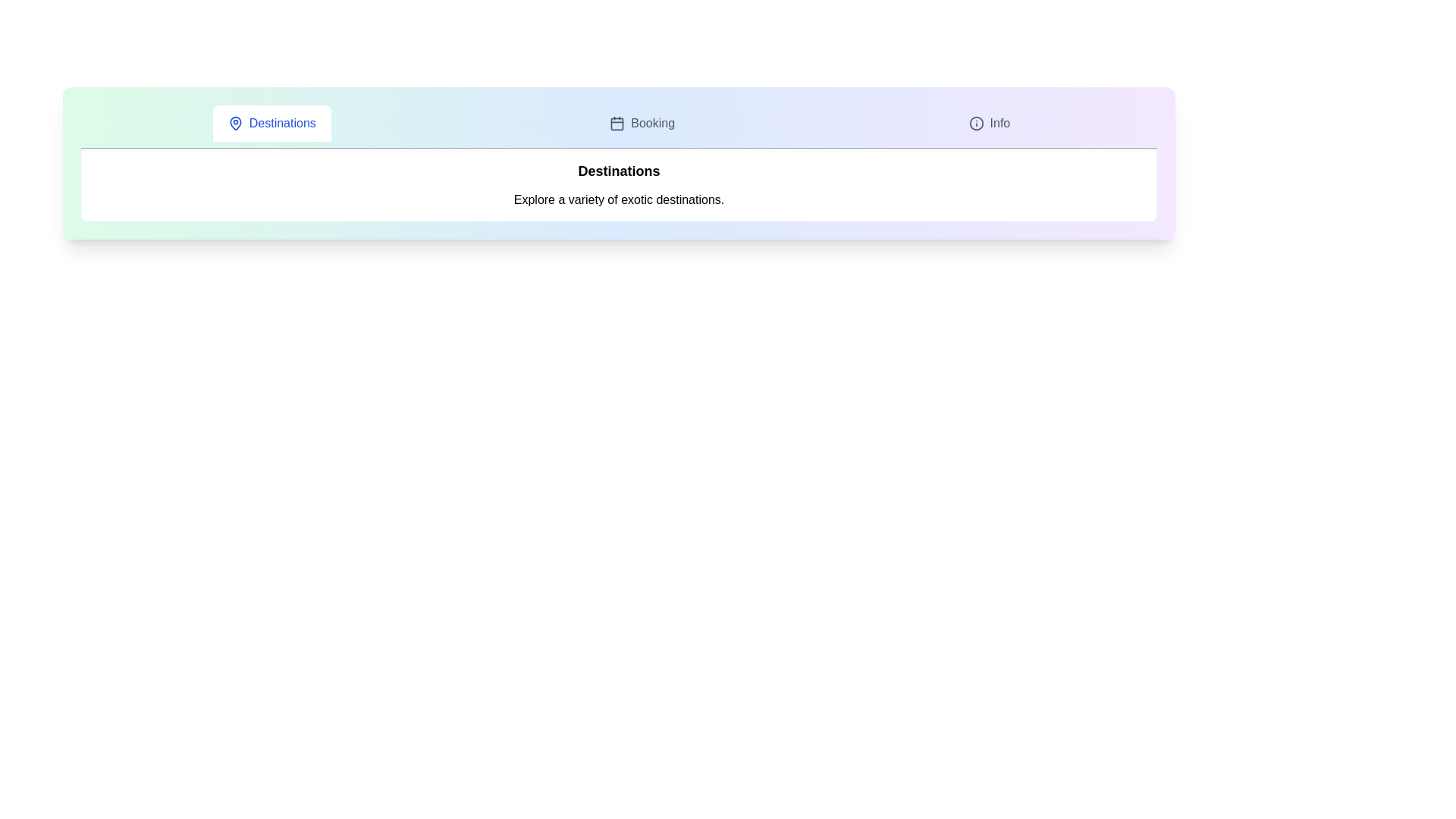 The image size is (1456, 819). What do you see at coordinates (642, 122) in the screenshot?
I see `the tab labeled 'Booking' to switch to it` at bounding box center [642, 122].